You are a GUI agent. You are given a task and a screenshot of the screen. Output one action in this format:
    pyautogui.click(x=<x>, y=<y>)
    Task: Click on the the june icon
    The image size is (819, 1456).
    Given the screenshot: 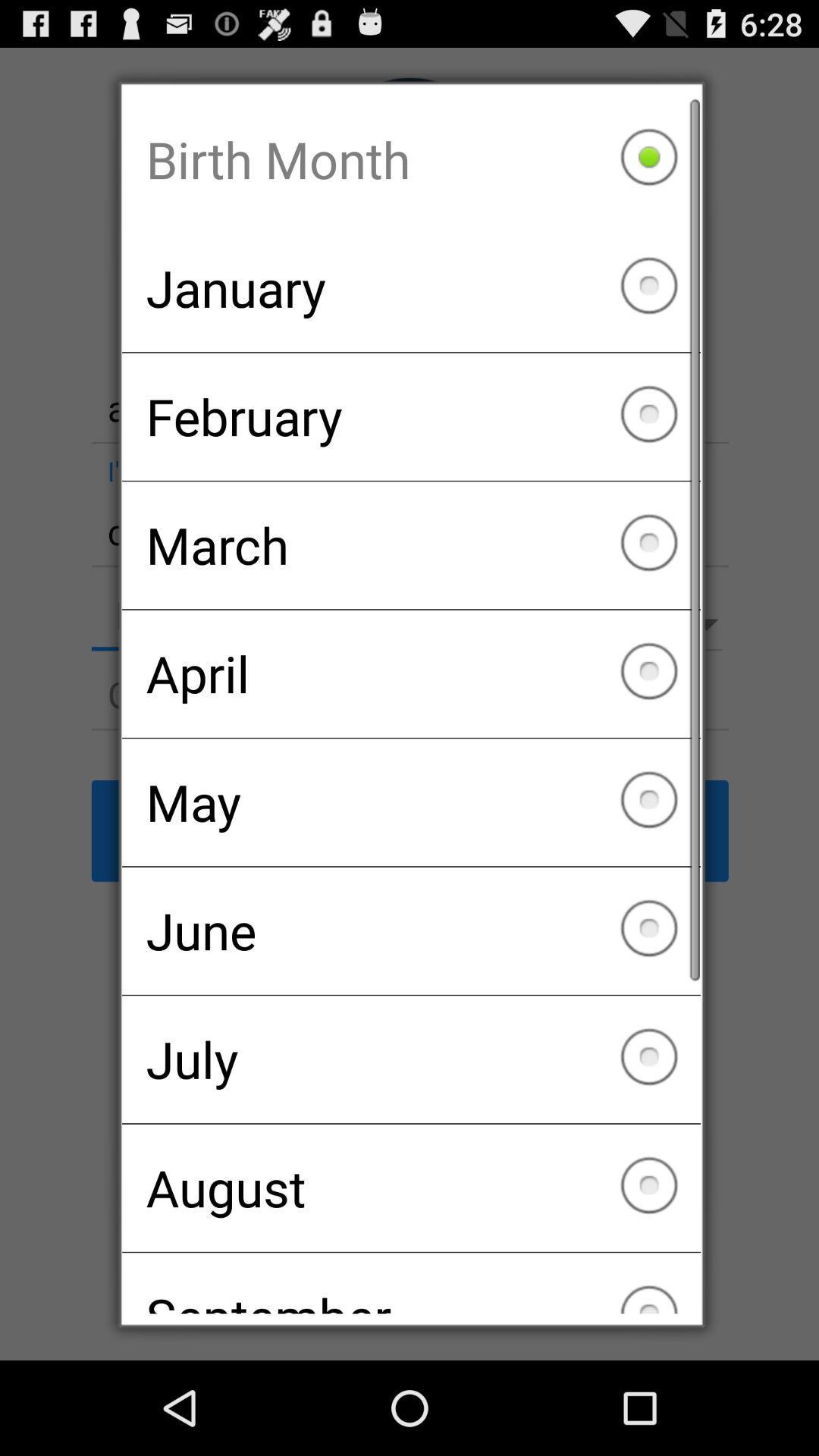 What is the action you would take?
    pyautogui.click(x=411, y=930)
    